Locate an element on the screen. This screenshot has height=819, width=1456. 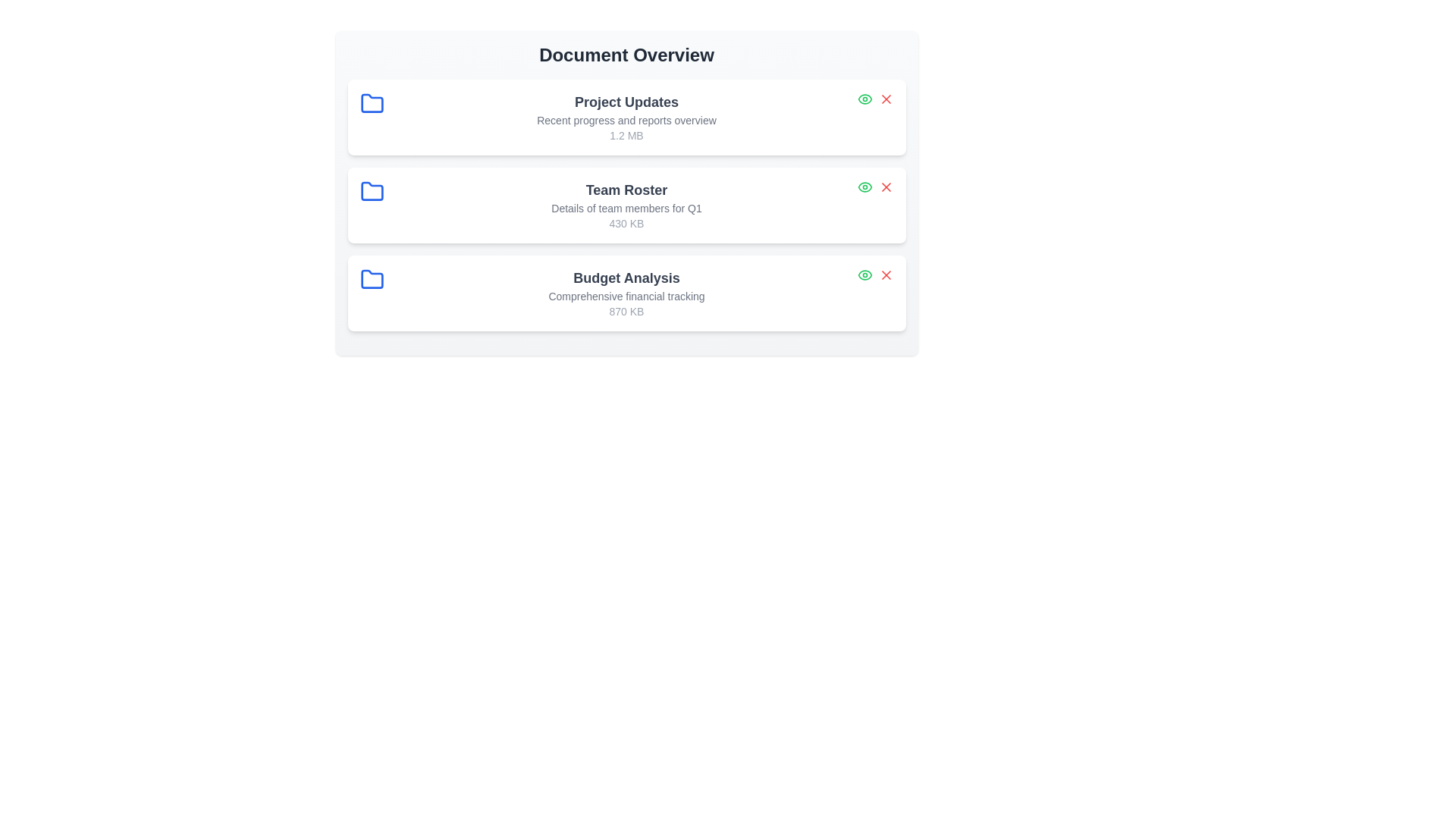
the item Team Roster to activate its hover state is located at coordinates (626, 205).